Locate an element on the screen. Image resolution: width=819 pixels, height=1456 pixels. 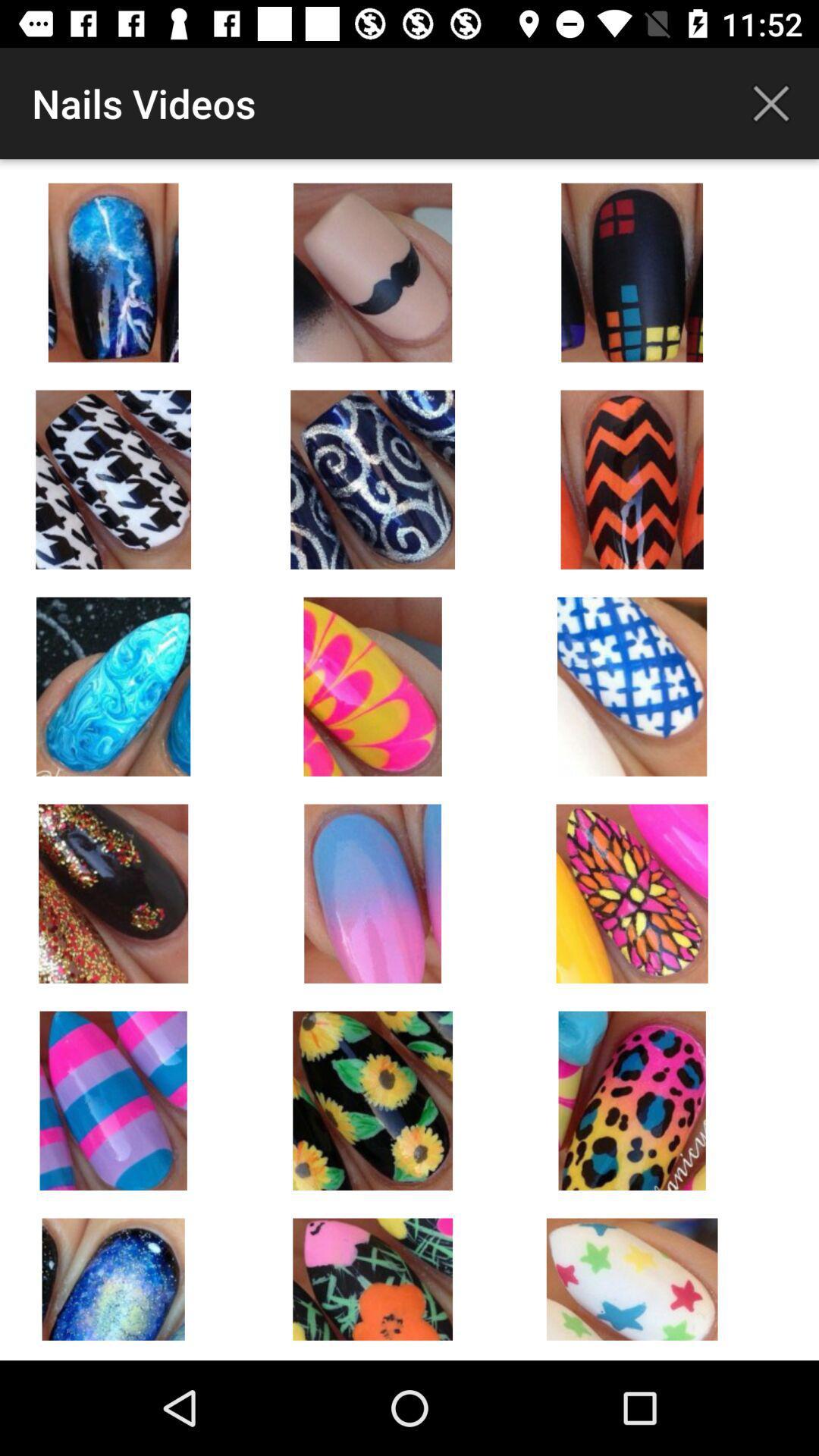
icon to the right of the nails videos icon is located at coordinates (771, 102).